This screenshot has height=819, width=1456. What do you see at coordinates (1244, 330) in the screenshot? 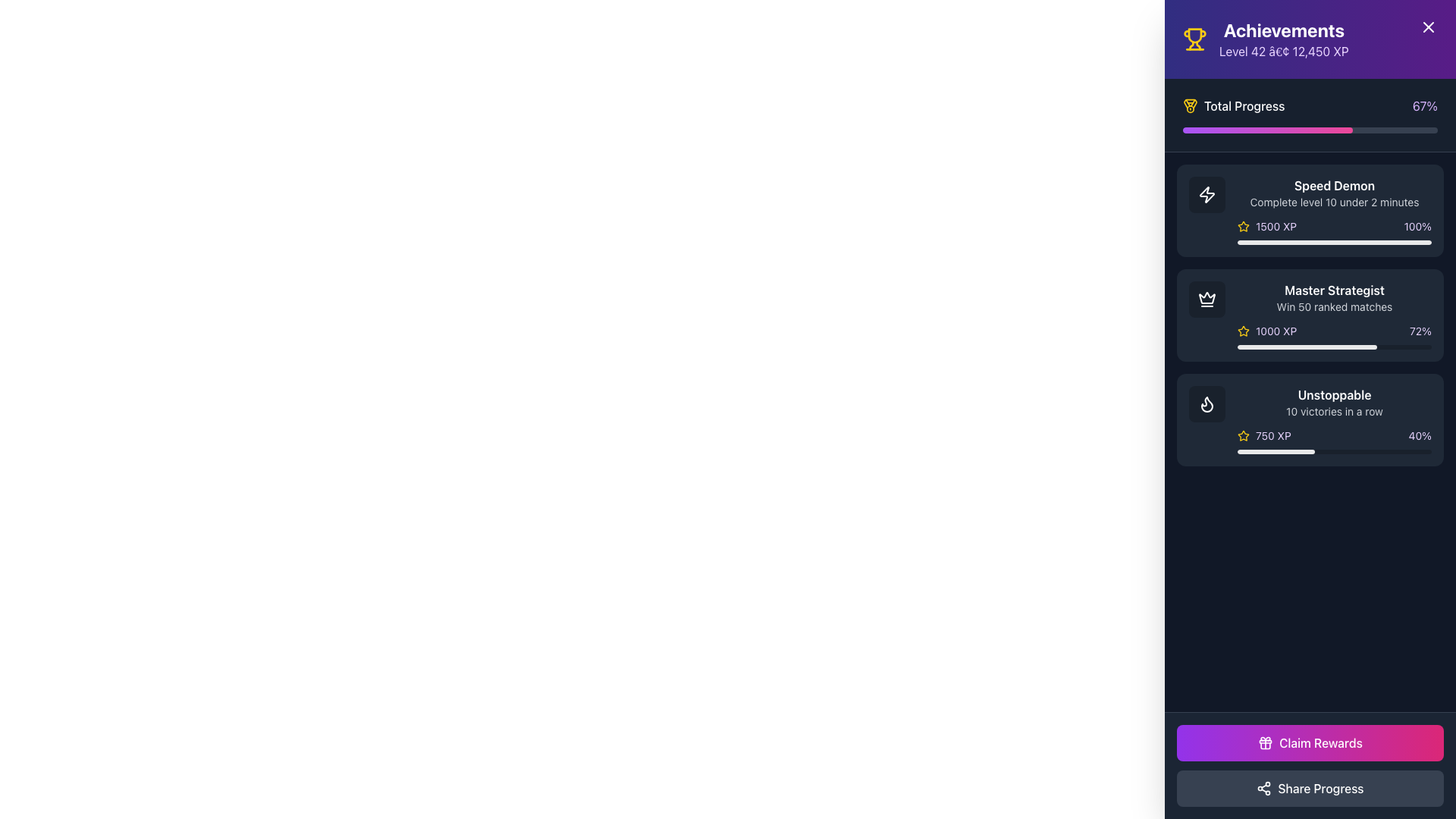
I see `the first star-shaped icon in the list of achievement items on the right sidebar, which serves as a visual indicator for achievements` at bounding box center [1244, 330].